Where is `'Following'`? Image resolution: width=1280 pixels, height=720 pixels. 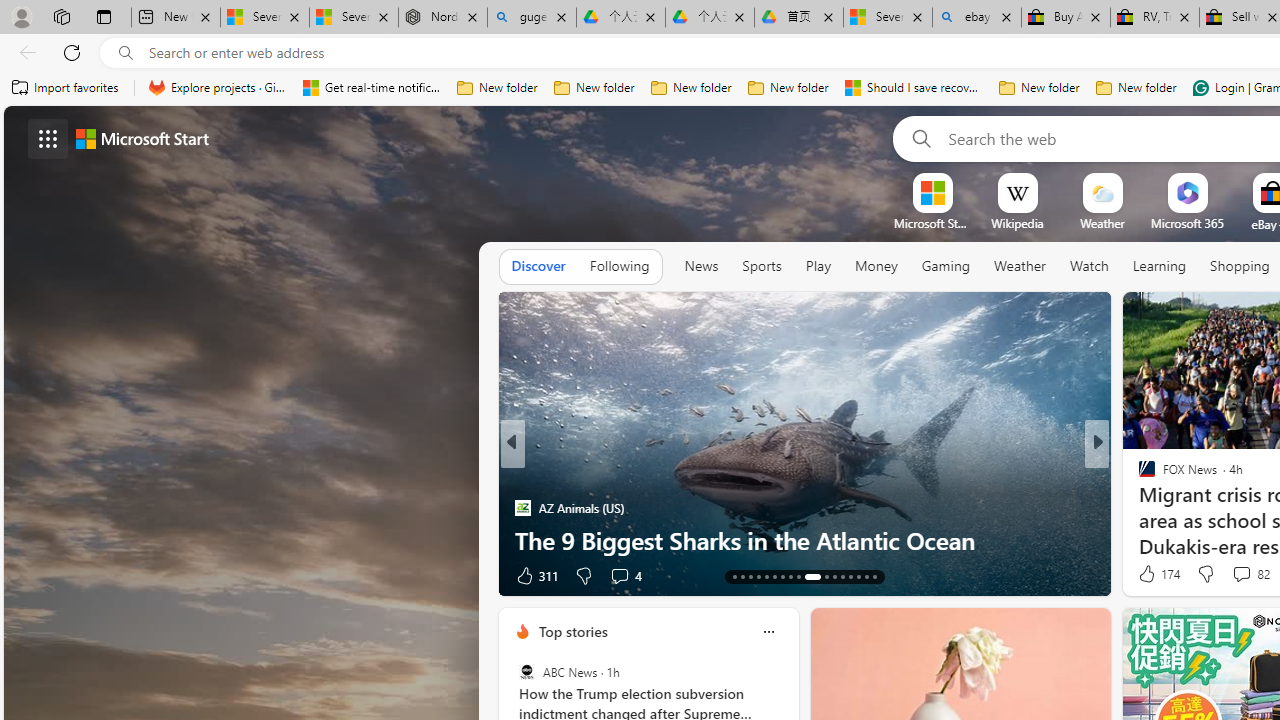
'Following' is located at coordinates (618, 265).